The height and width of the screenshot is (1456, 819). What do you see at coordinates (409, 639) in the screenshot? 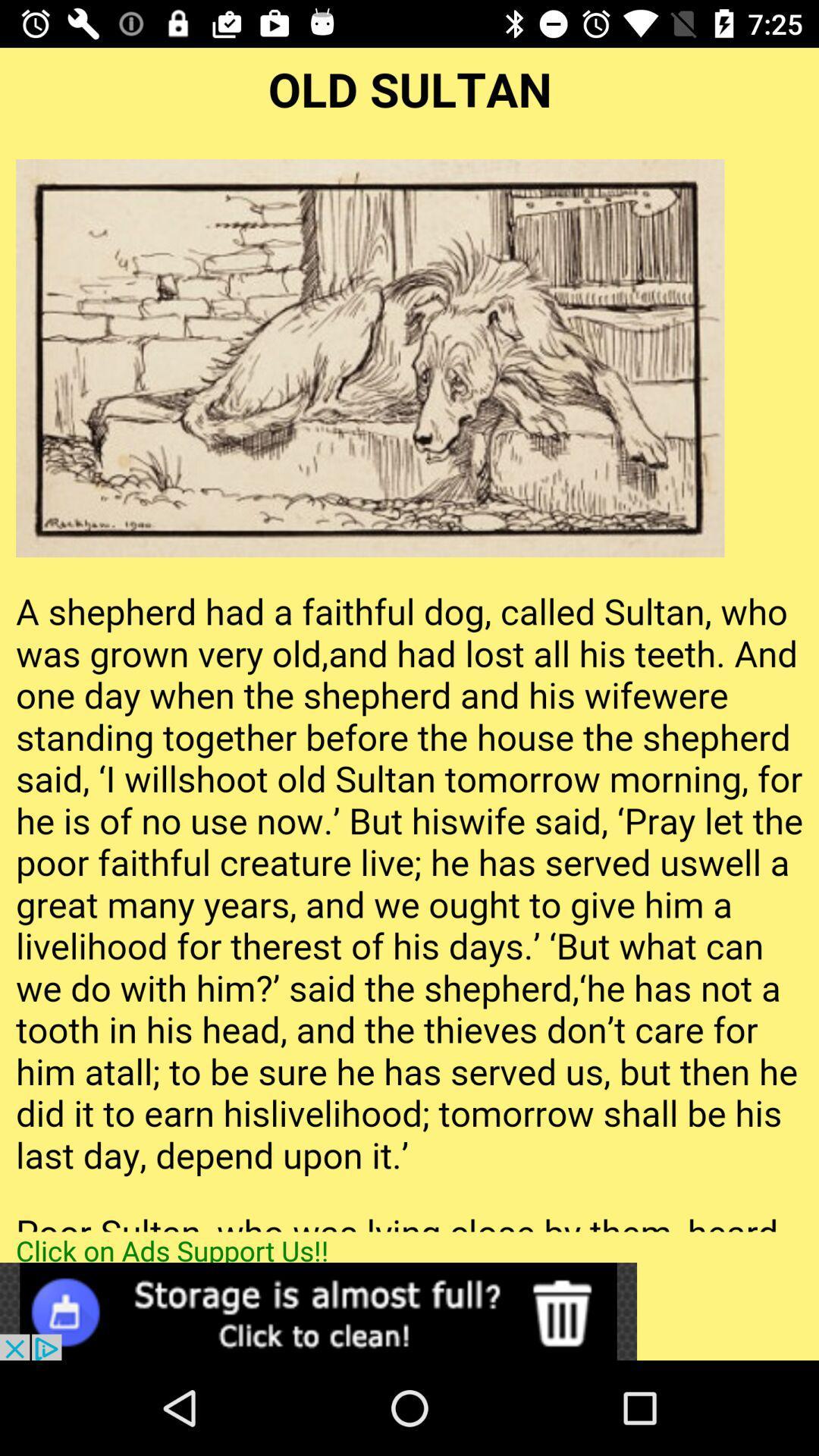
I see `pagea` at bounding box center [409, 639].